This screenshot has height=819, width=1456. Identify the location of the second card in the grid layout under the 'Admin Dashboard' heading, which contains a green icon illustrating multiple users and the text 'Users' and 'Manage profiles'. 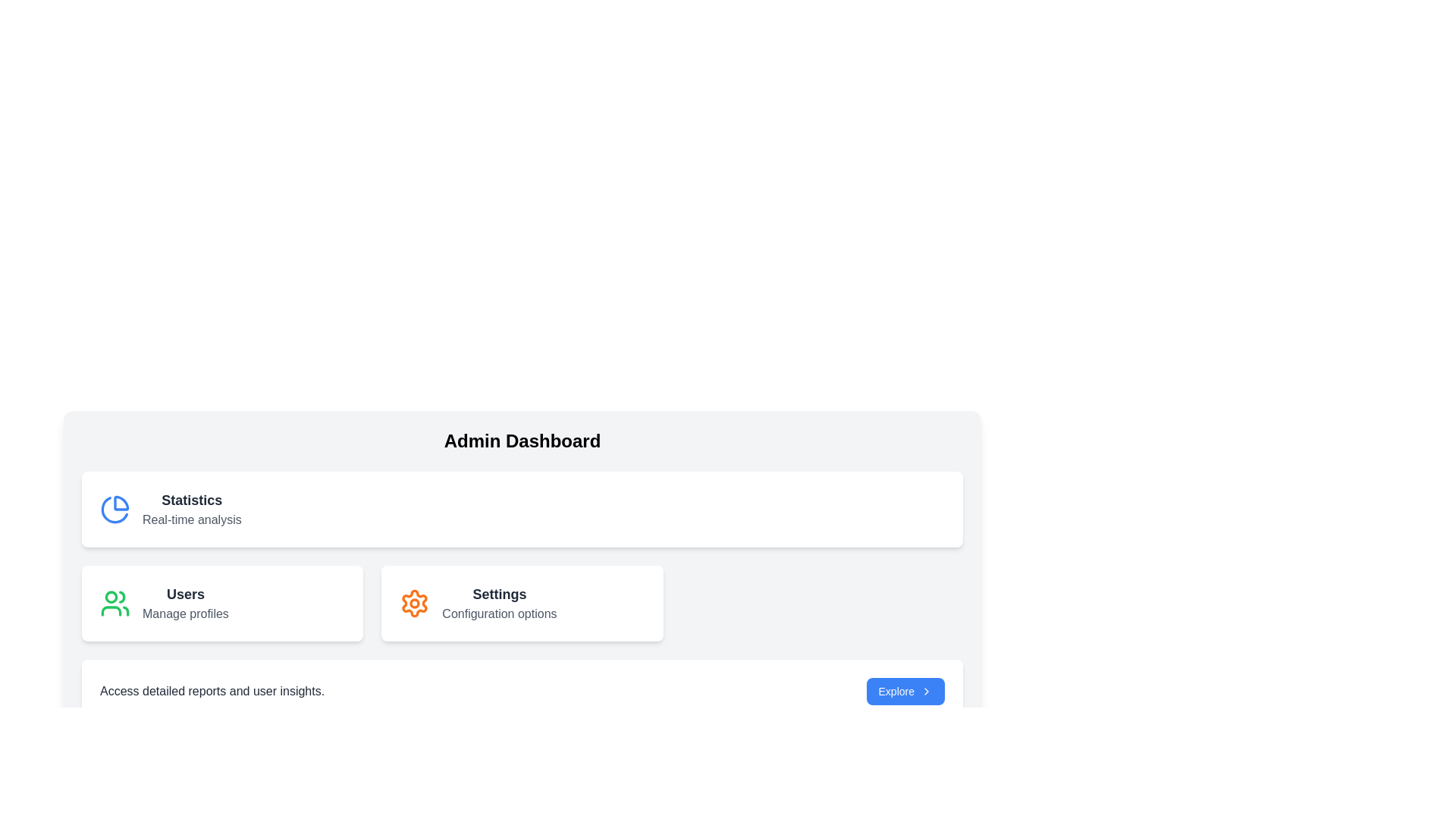
(221, 602).